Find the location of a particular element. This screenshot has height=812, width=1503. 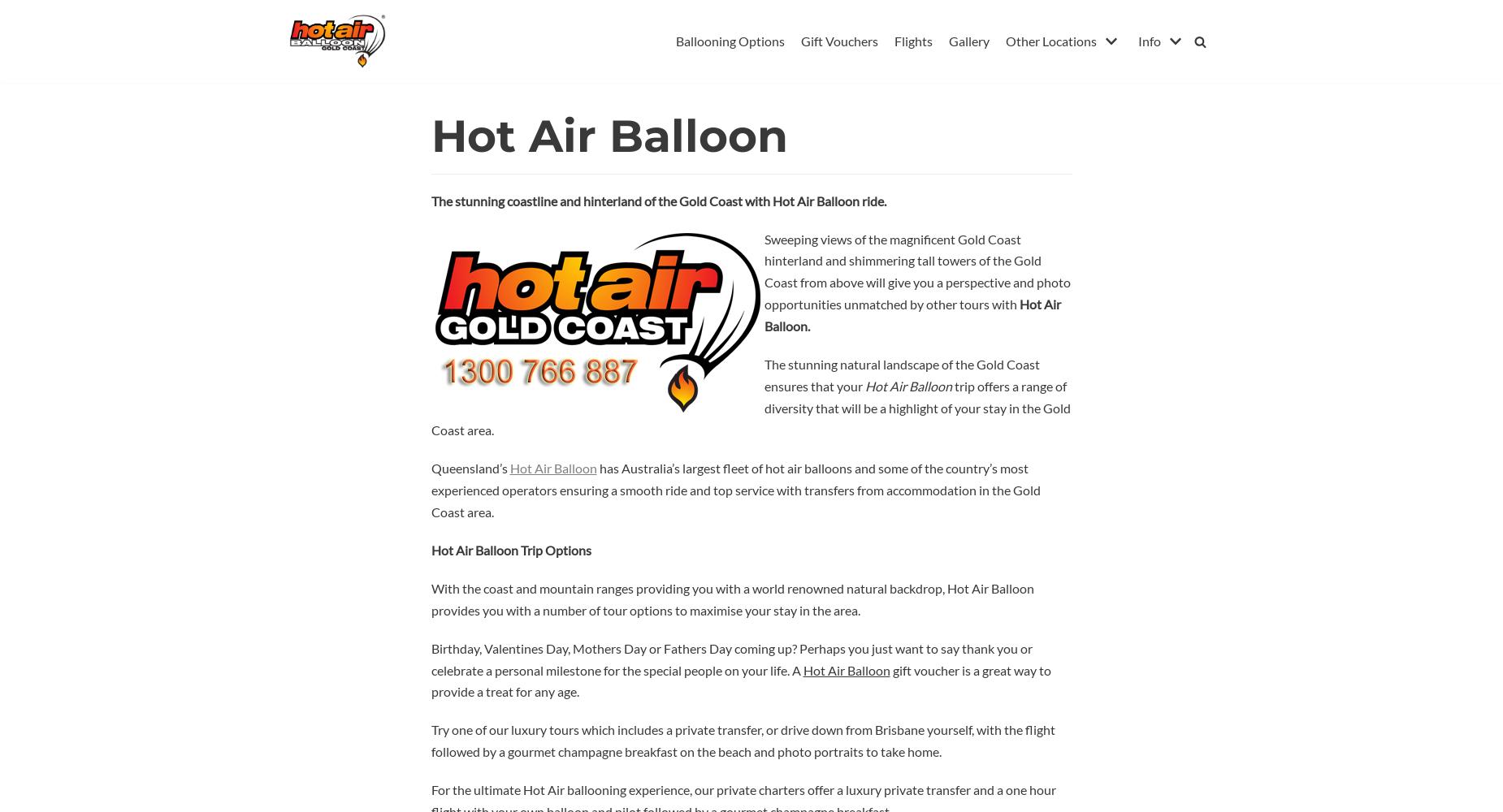

'Gallery' is located at coordinates (968, 41).